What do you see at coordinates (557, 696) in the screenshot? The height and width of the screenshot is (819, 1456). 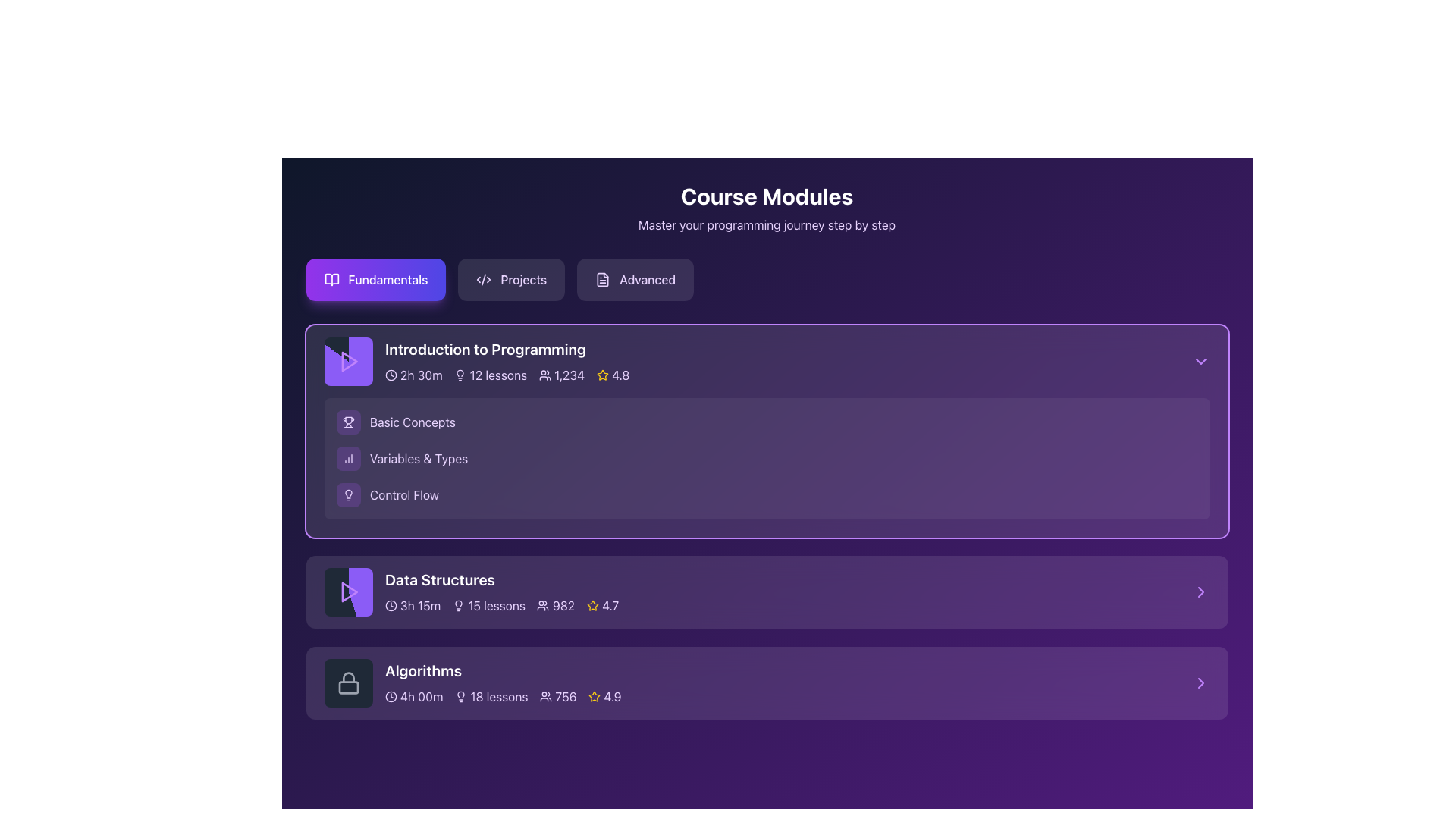 I see `the informational label displaying a user count of '756' with a user icon in the 'Algorithms' course details section` at bounding box center [557, 696].